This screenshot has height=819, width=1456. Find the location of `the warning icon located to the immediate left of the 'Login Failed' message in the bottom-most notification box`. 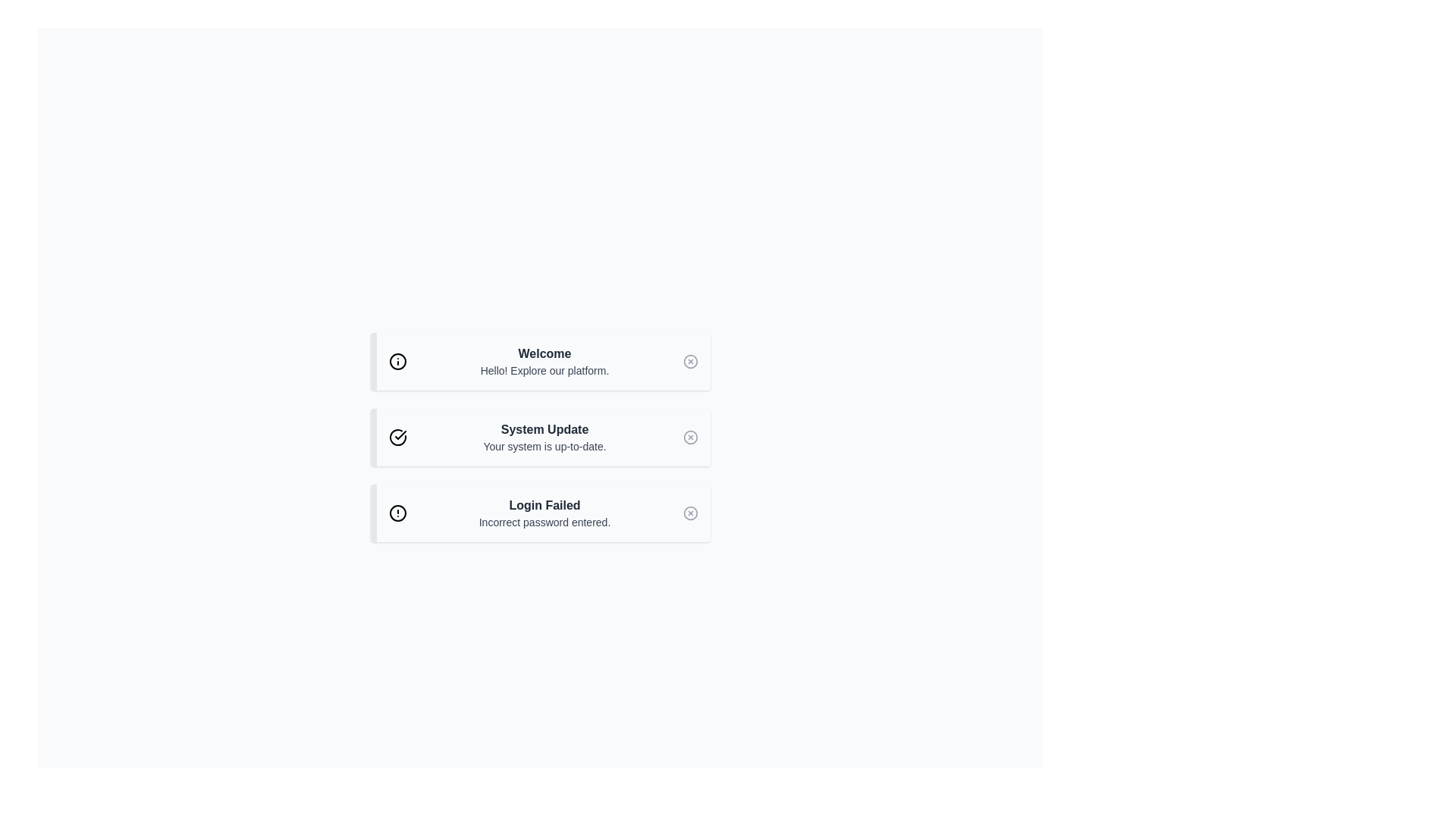

the warning icon located to the immediate left of the 'Login Failed' message in the bottom-most notification box is located at coordinates (397, 513).